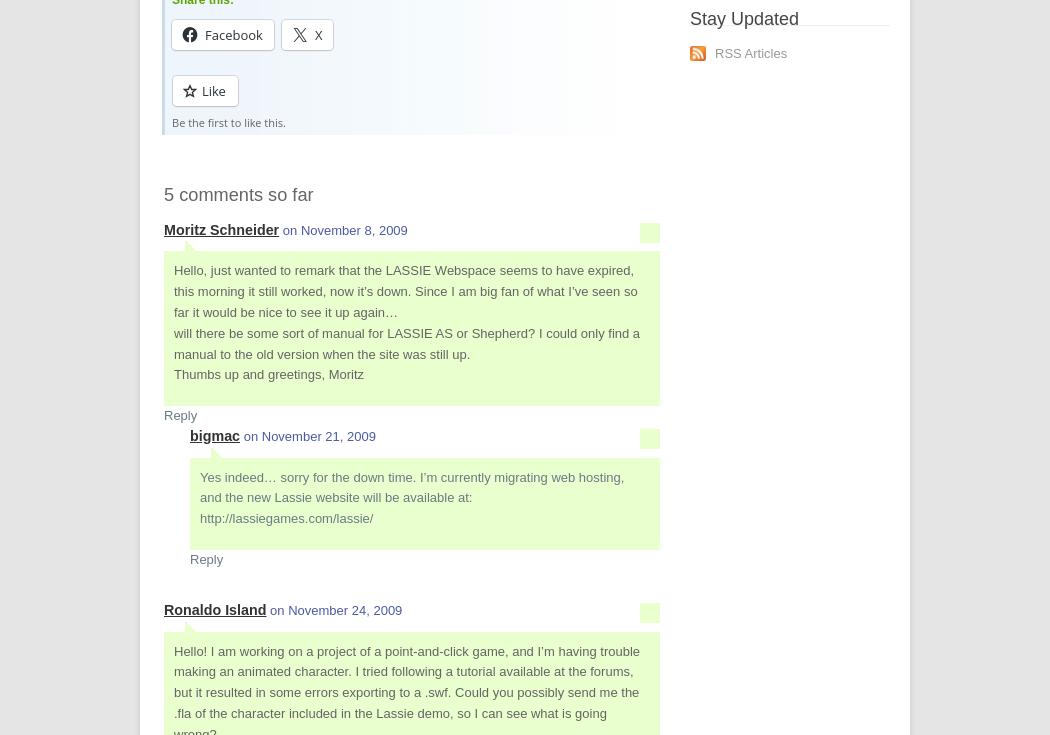  Describe the element at coordinates (352, 228) in the screenshot. I see `'November 8, 2009'` at that location.